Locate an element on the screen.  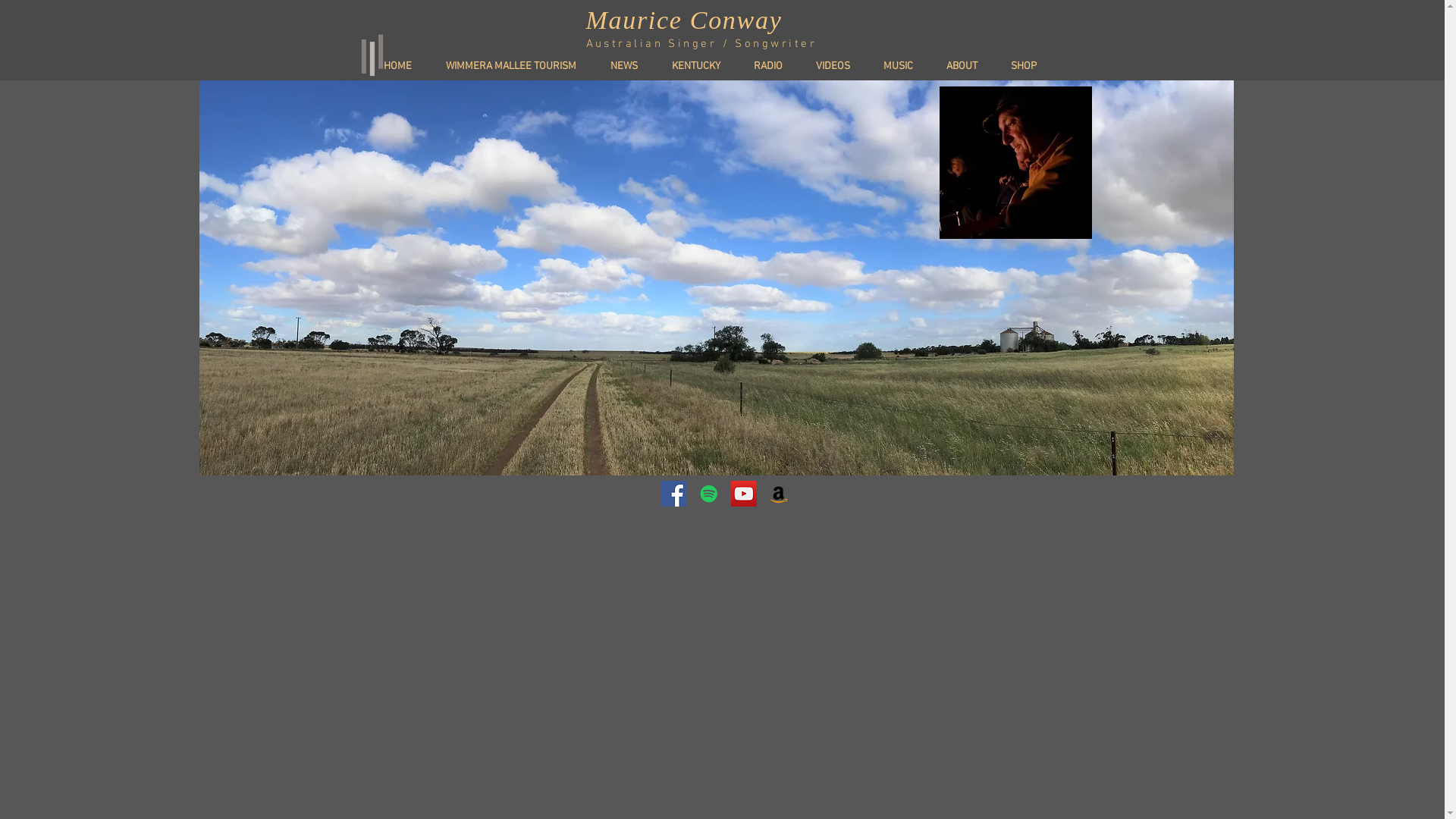
'VIDEOS' is located at coordinates (838, 66).